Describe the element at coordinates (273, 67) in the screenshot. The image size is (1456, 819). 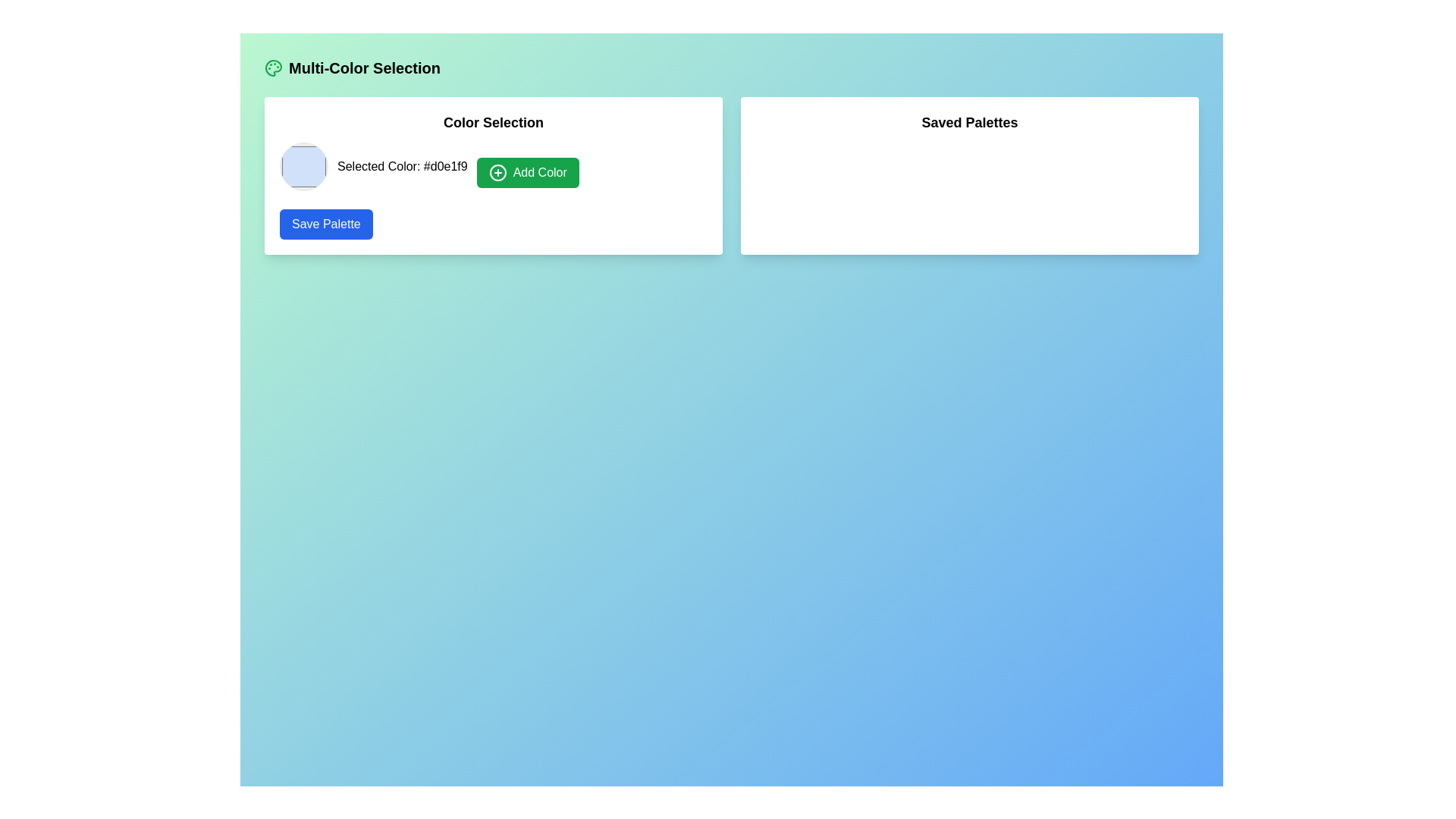
I see `the decorative SVG-based Icon located in the top-left corner of the interface, above the 'Multi-Color Selection' heading` at that location.